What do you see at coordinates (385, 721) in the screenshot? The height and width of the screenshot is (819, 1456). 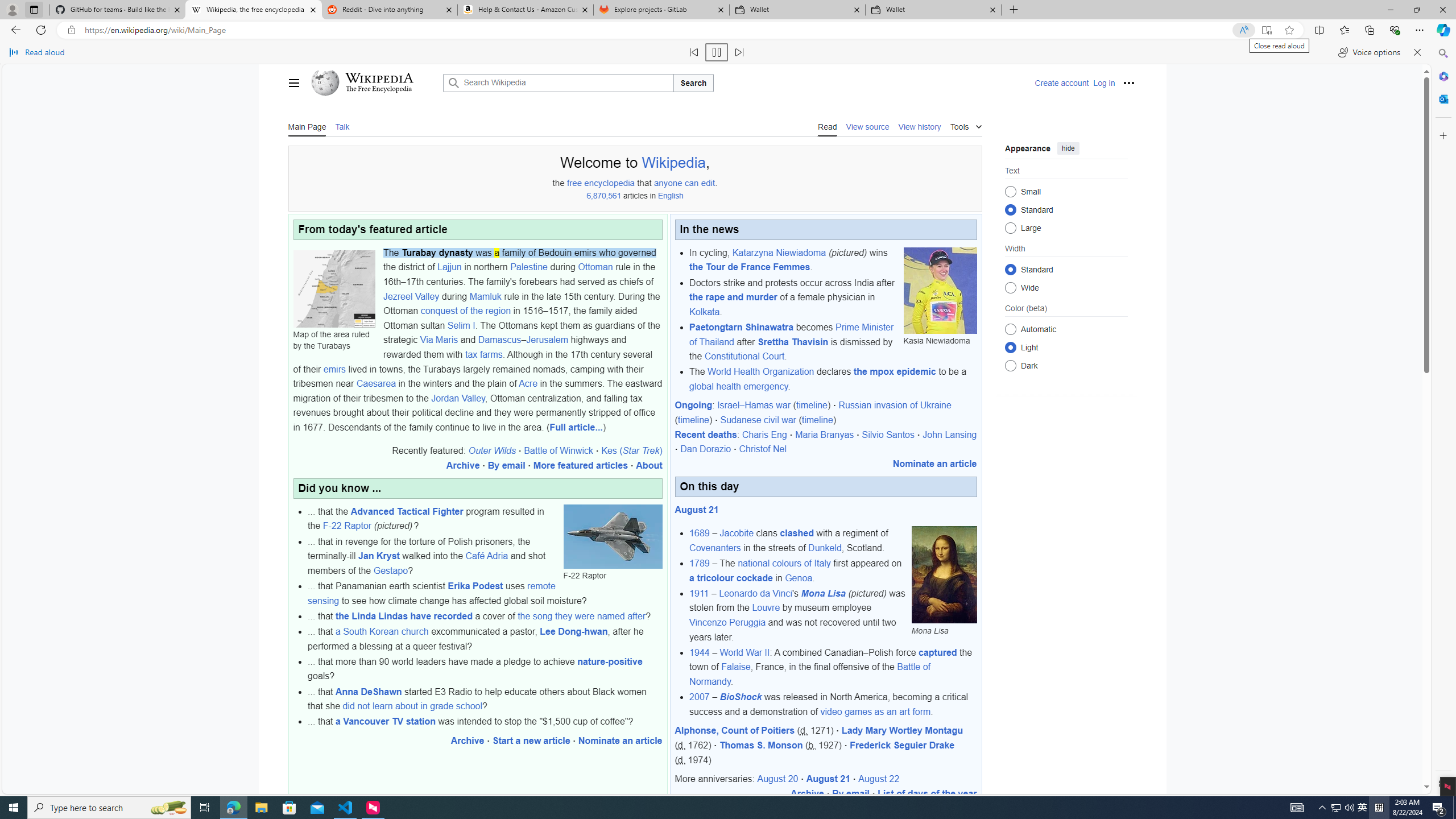 I see `'a Vancouver TV station'` at bounding box center [385, 721].